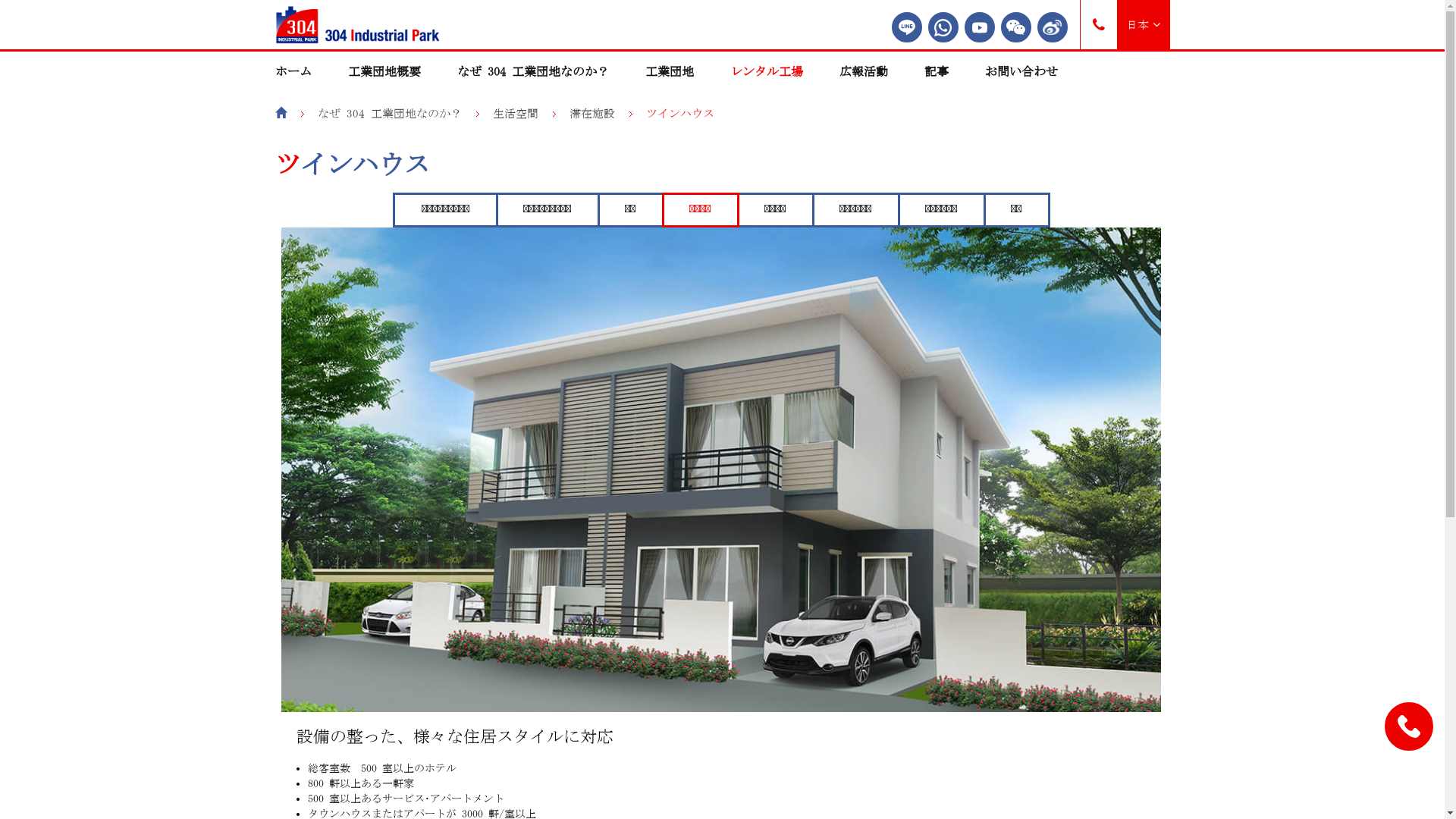 The width and height of the screenshot is (1456, 819). Describe the element at coordinates (280, 112) in the screenshot. I see `'HOME'` at that location.